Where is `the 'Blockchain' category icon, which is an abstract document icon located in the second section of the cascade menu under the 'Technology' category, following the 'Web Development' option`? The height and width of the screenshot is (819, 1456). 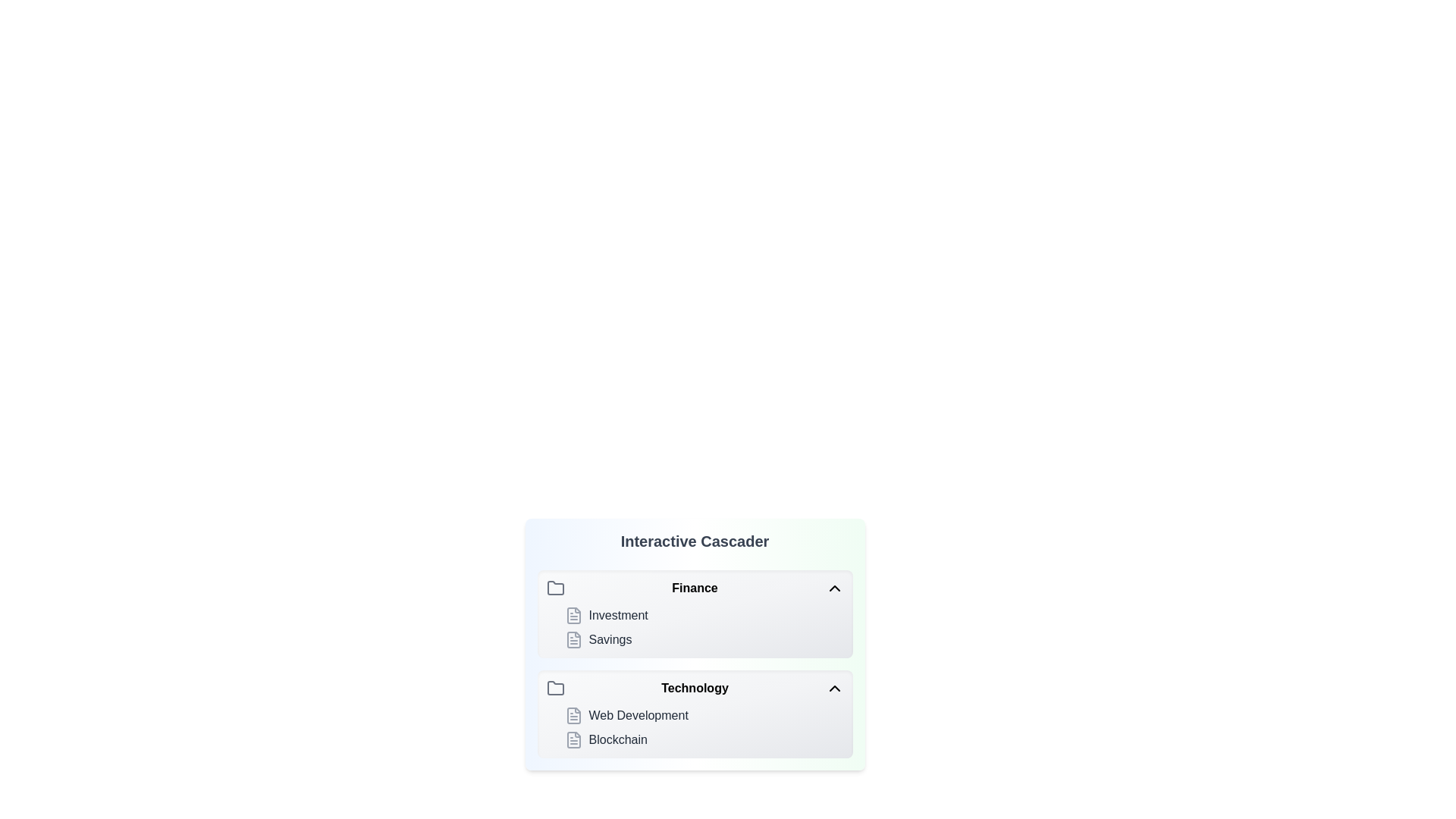
the 'Blockchain' category icon, which is an abstract document icon located in the second section of the cascade menu under the 'Technology' category, following the 'Web Development' option is located at coordinates (573, 739).